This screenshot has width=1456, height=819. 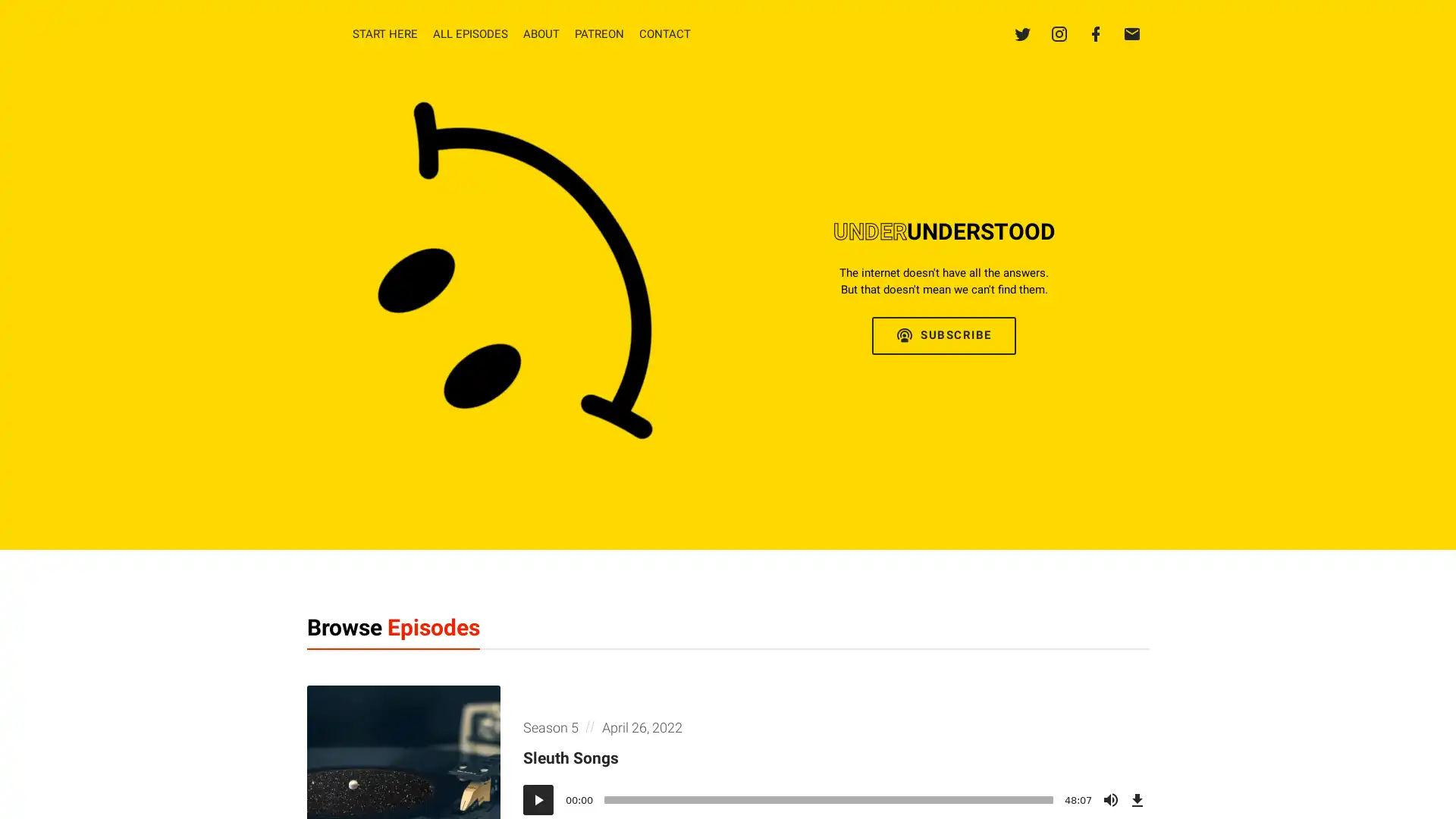 What do you see at coordinates (1110, 798) in the screenshot?
I see `Mute` at bounding box center [1110, 798].